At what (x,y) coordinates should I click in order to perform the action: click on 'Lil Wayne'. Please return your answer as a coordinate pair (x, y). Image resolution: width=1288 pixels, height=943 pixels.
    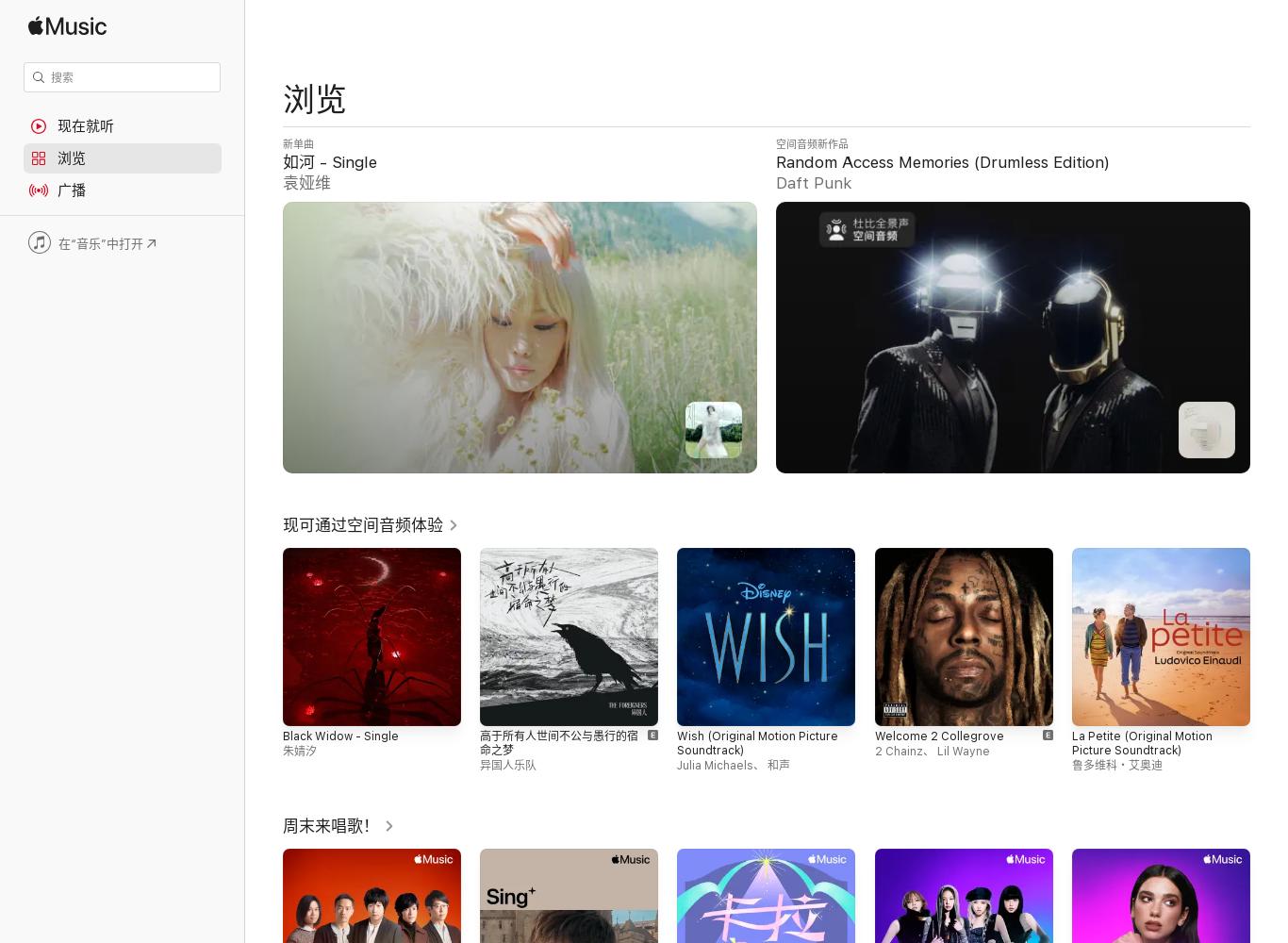
    Looking at the image, I should click on (962, 752).